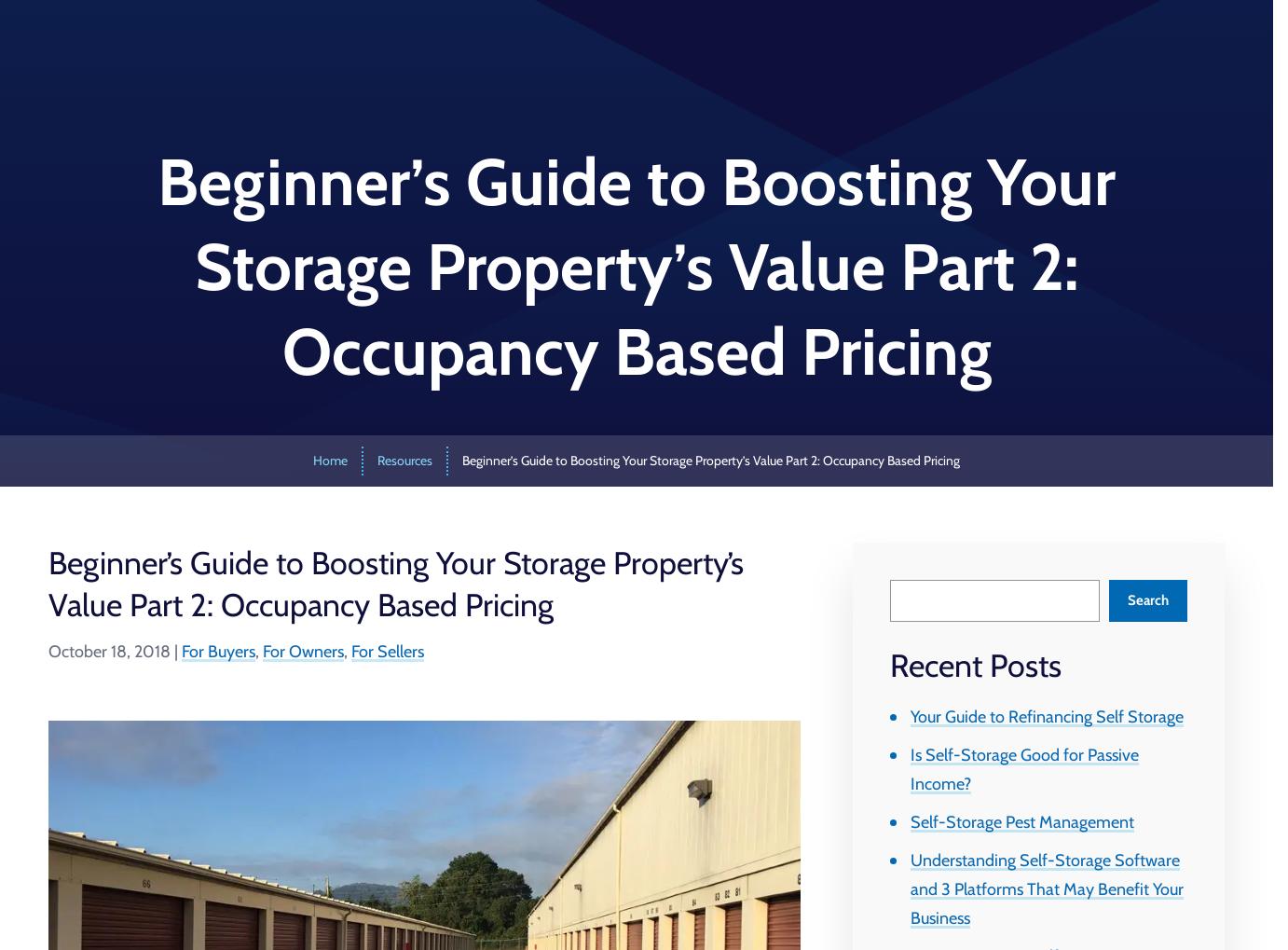  I want to click on 'Investor Relations', so click(841, 48).